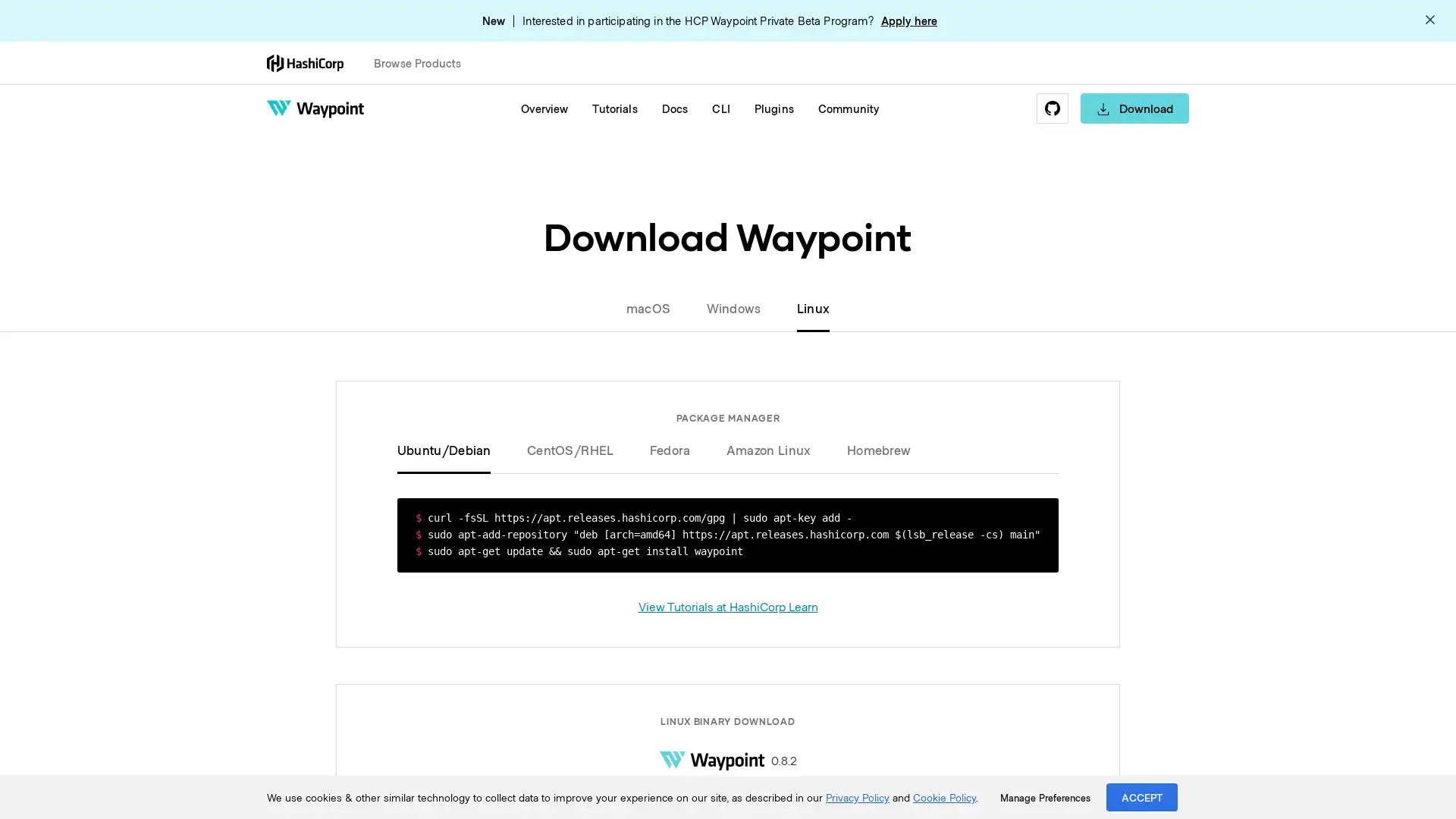 This screenshot has height=819, width=1456. I want to click on Ubuntu/Debian, so click(452, 449).